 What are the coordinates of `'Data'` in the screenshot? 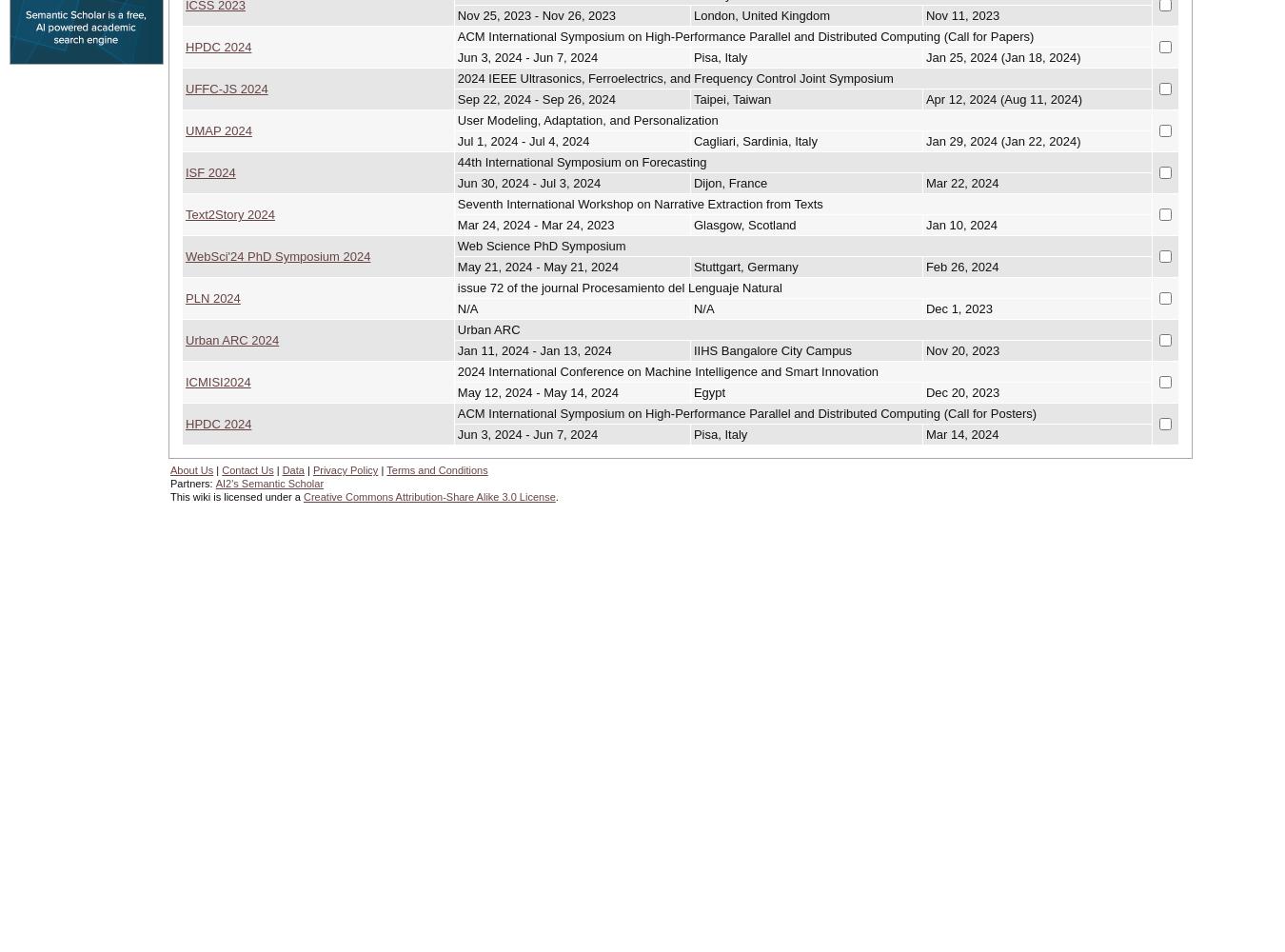 It's located at (291, 468).